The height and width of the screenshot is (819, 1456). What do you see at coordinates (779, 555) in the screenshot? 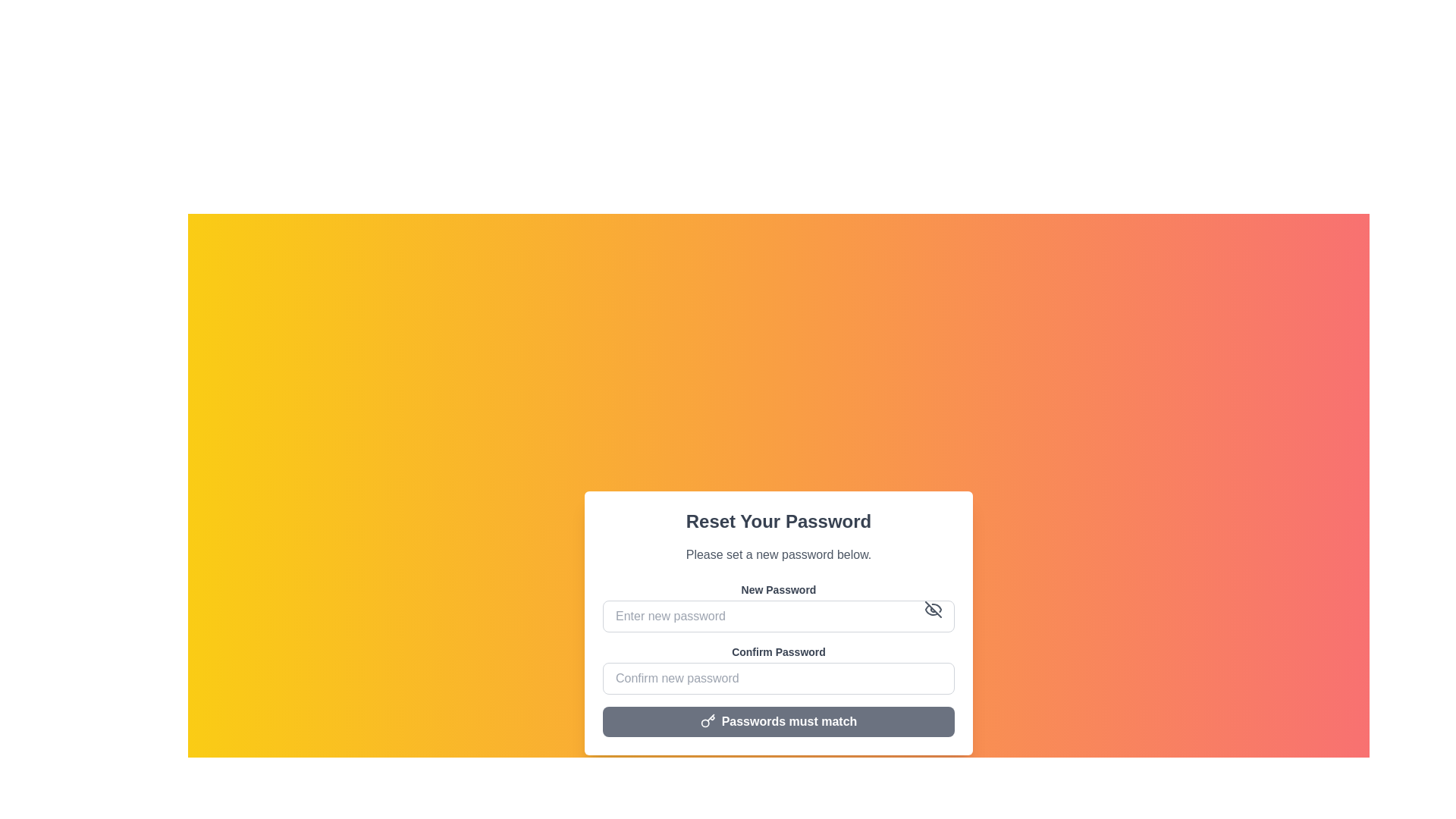
I see `text from the gray text block providing instructions for setting a new password, located below the header 'Reset Your Password'` at bounding box center [779, 555].